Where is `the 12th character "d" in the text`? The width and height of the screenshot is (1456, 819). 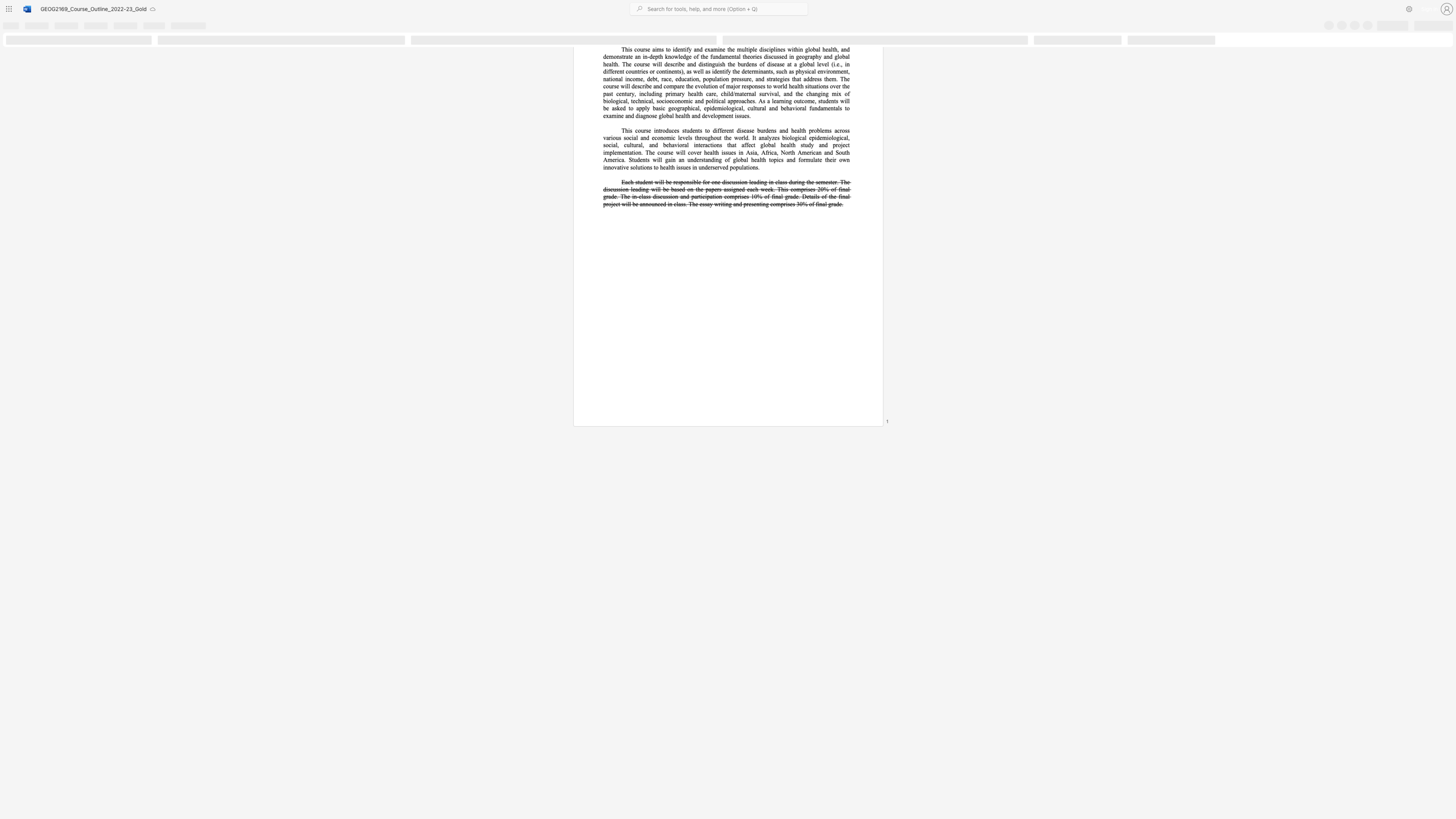 the 12th character "d" in the text is located at coordinates (794, 196).